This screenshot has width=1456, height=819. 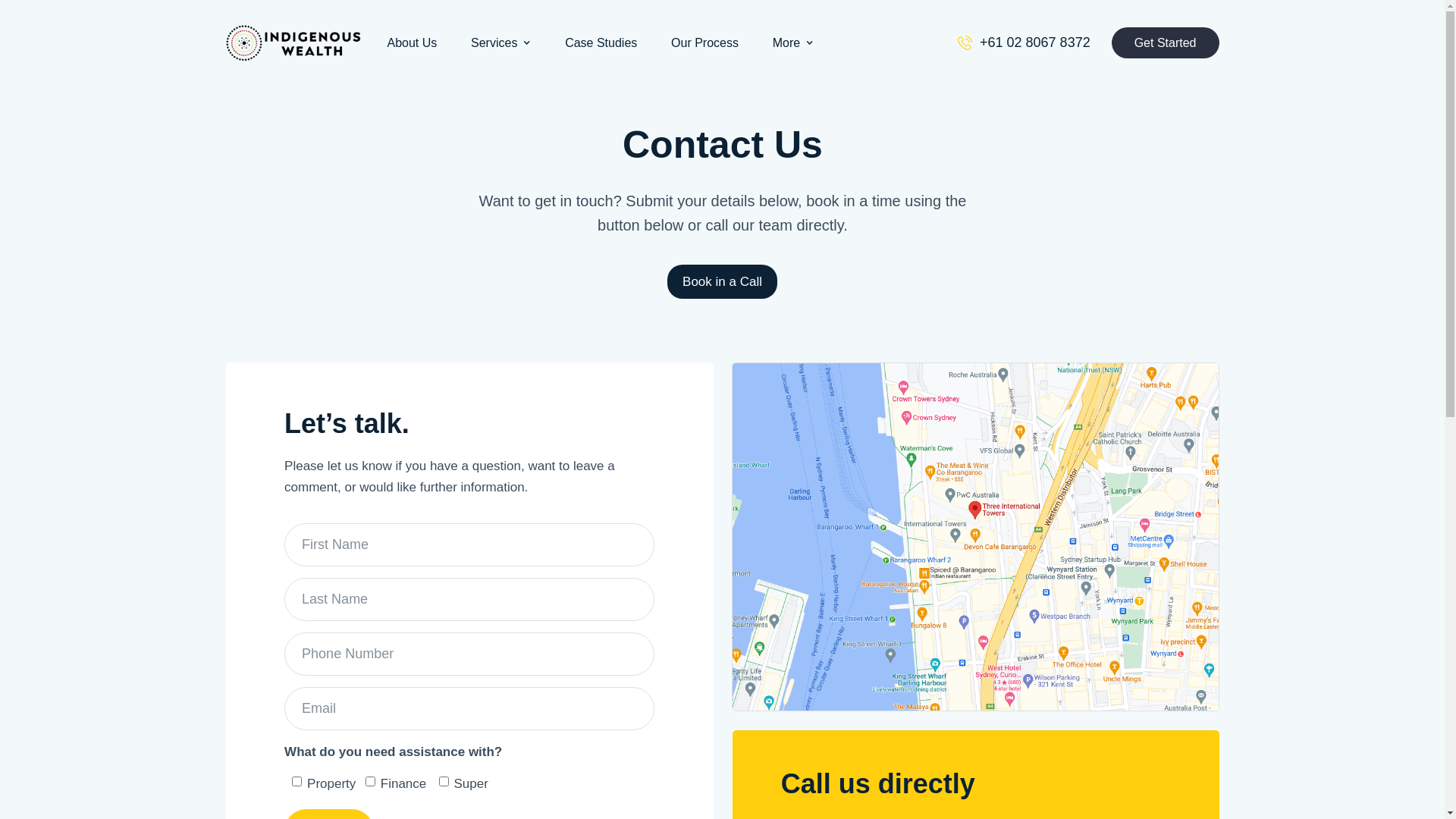 What do you see at coordinates (721, 281) in the screenshot?
I see `'Book in a Call'` at bounding box center [721, 281].